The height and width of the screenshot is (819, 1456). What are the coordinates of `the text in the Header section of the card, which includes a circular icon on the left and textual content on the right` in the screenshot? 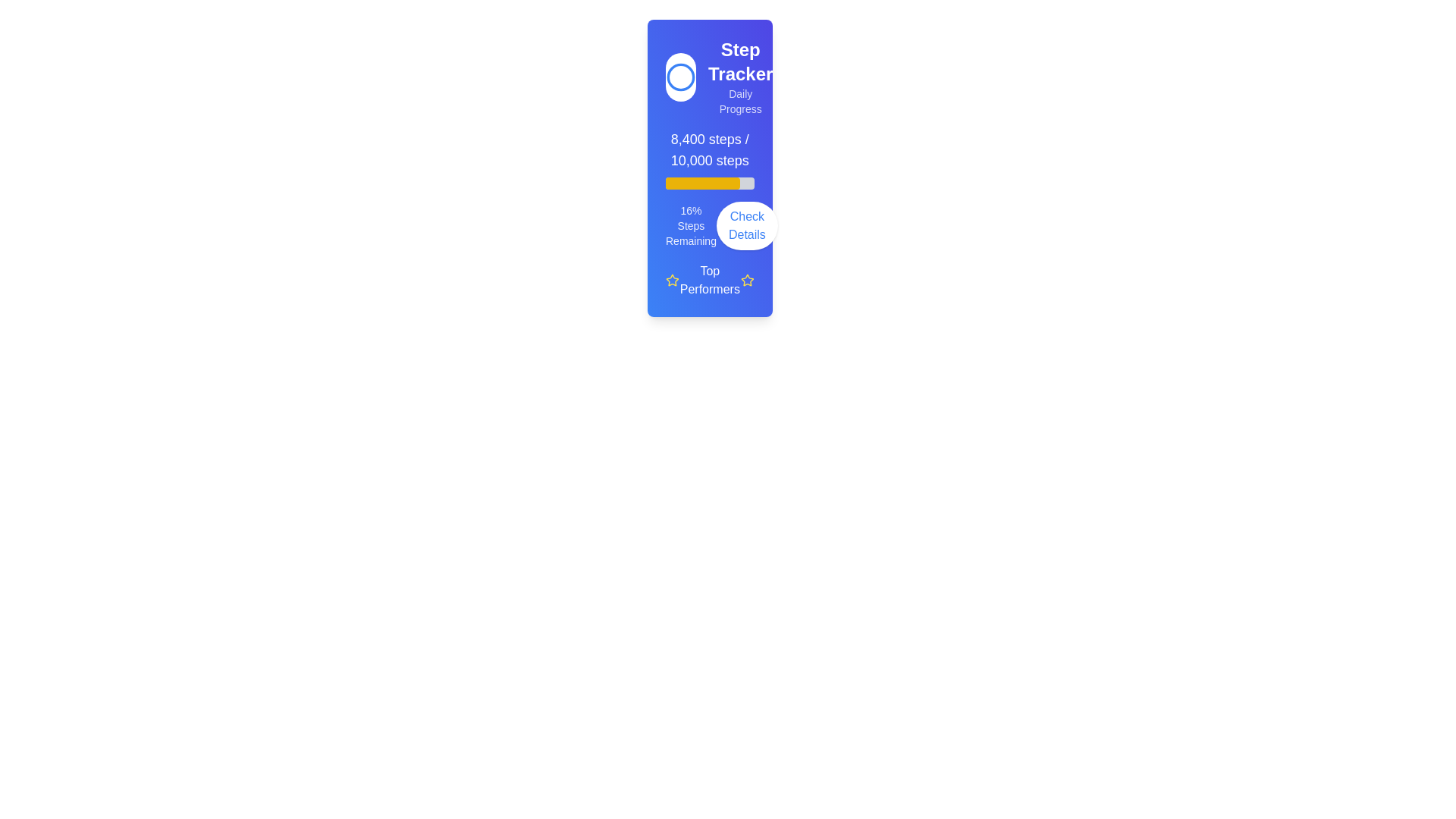 It's located at (709, 77).